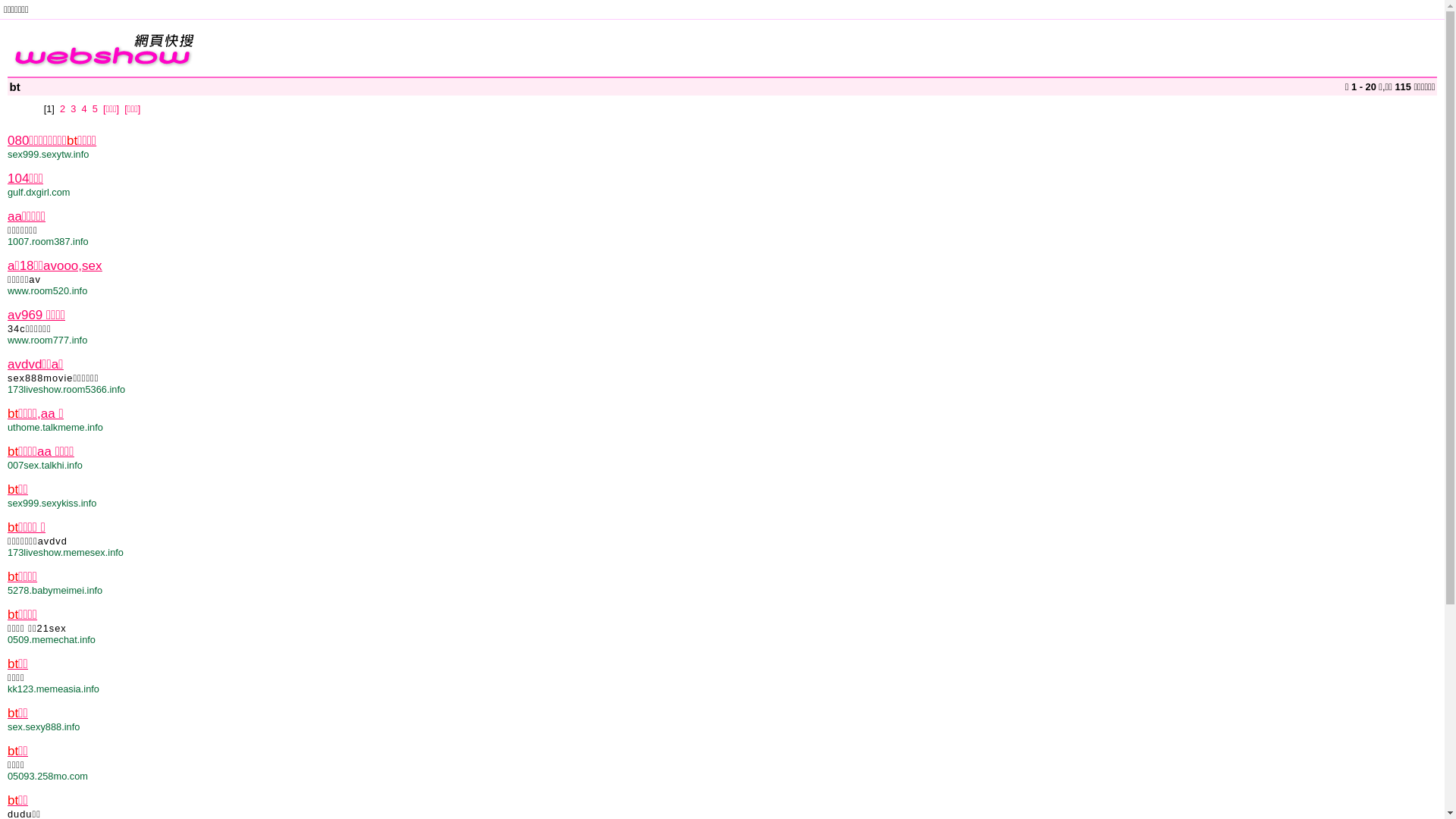  I want to click on '4', so click(83, 108).